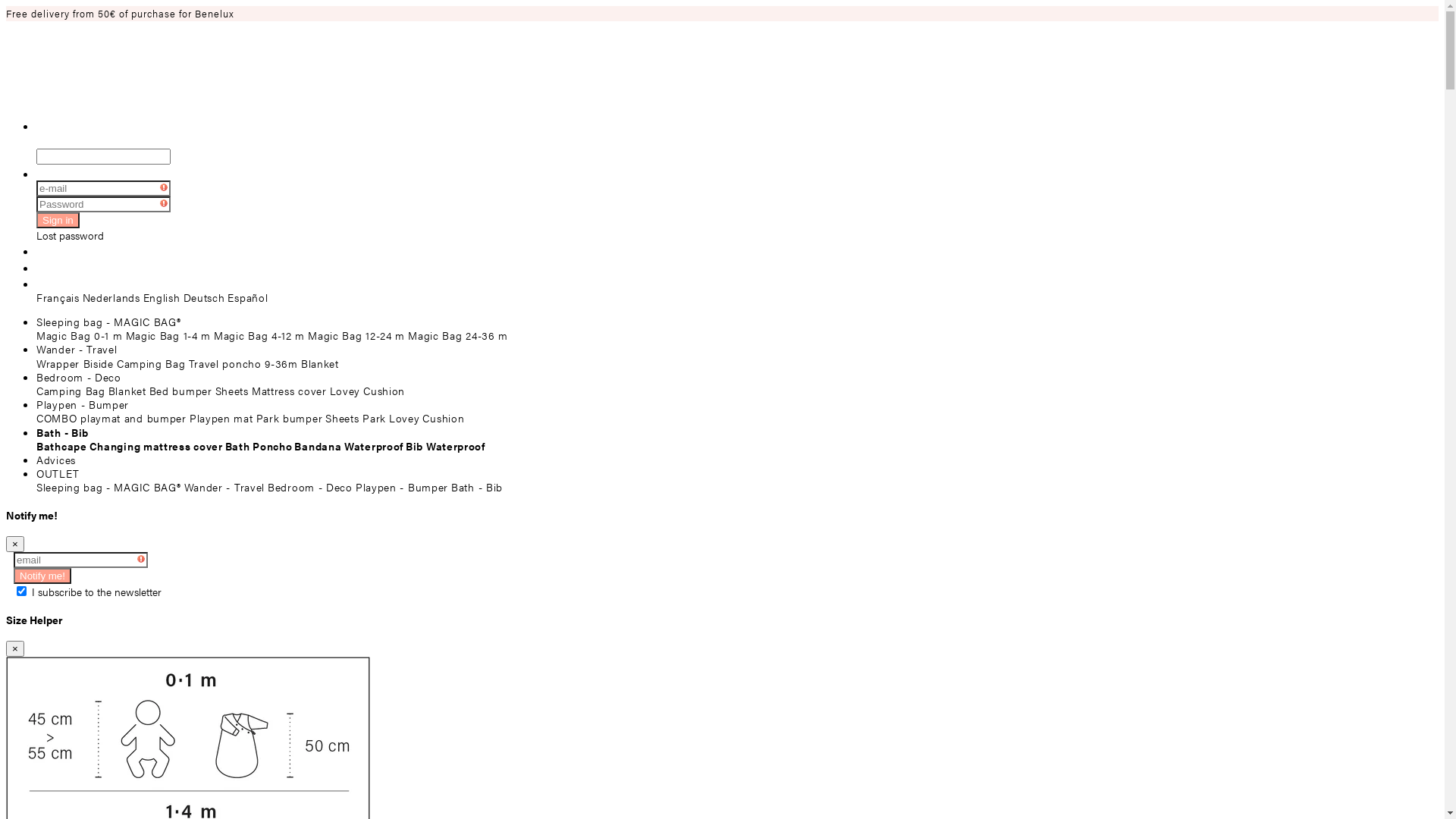  Describe the element at coordinates (111, 297) in the screenshot. I see `'Nederlands'` at that location.